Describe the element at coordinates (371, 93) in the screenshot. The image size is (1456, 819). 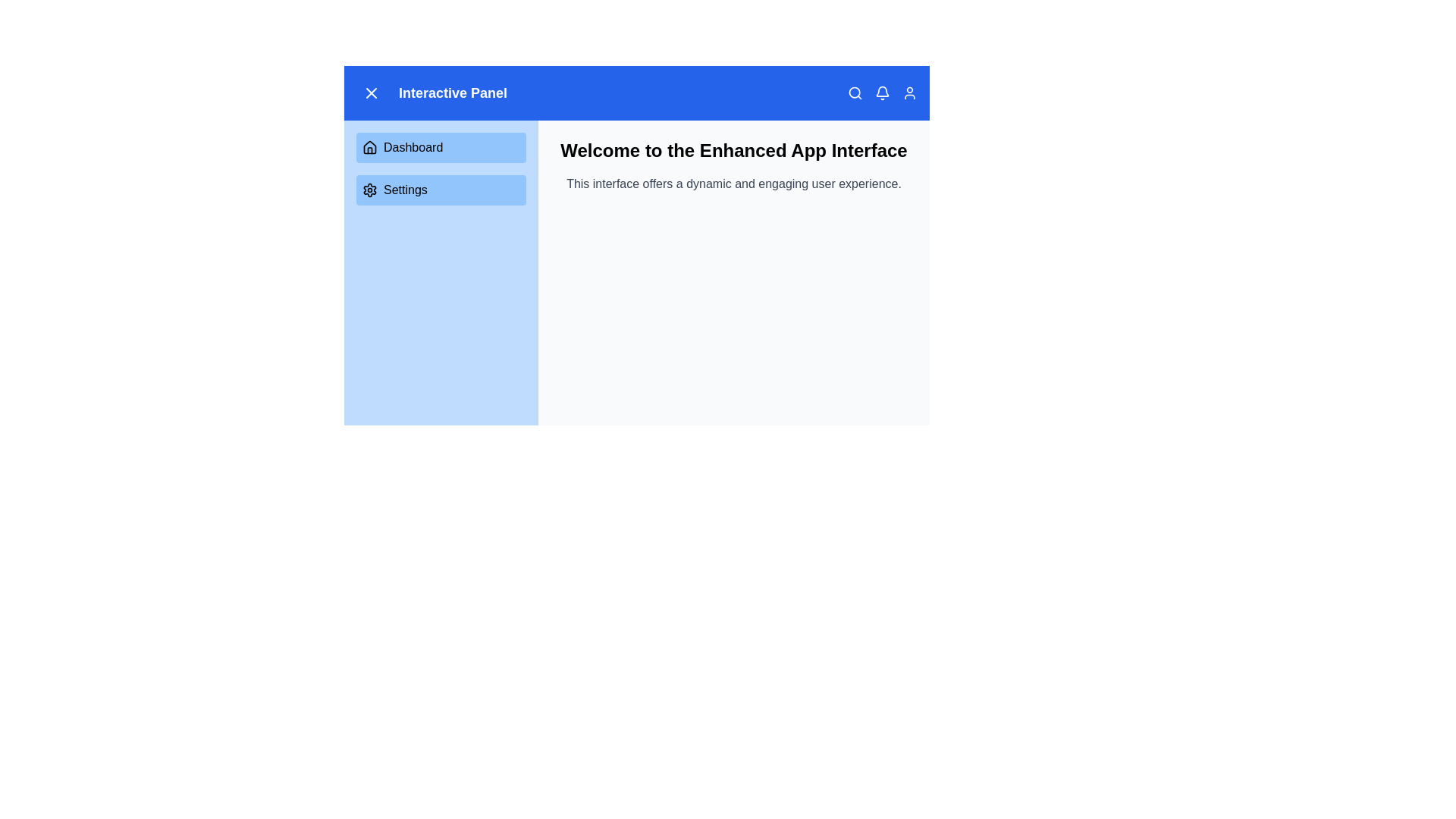
I see `the close button located in the top-left corner adjacent to the text 'Interactive Panel' to observe the hover effect` at that location.